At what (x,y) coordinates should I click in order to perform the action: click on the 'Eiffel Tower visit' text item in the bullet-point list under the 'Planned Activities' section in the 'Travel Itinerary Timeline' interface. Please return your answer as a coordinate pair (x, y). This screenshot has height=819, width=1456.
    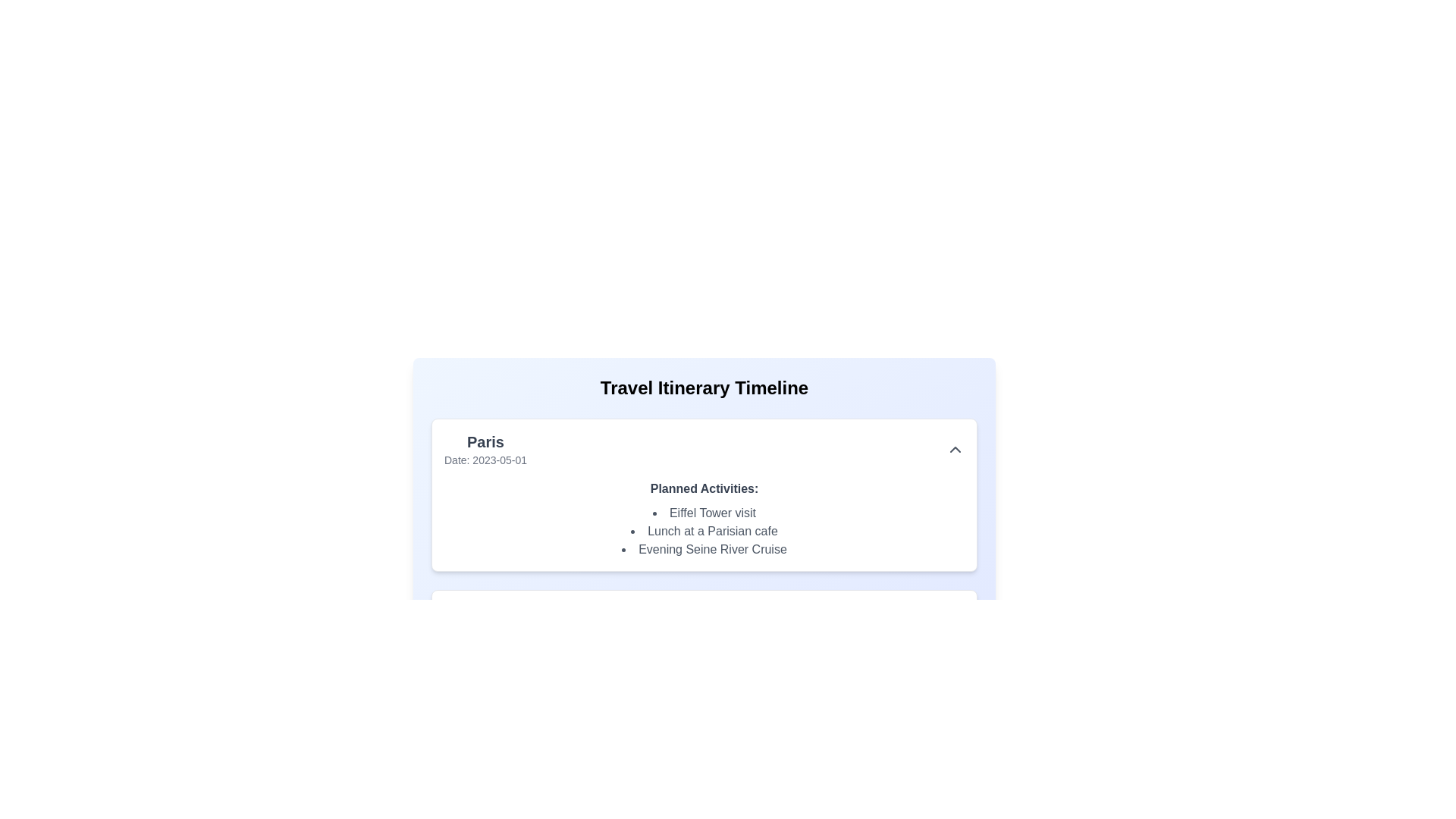
    Looking at the image, I should click on (704, 513).